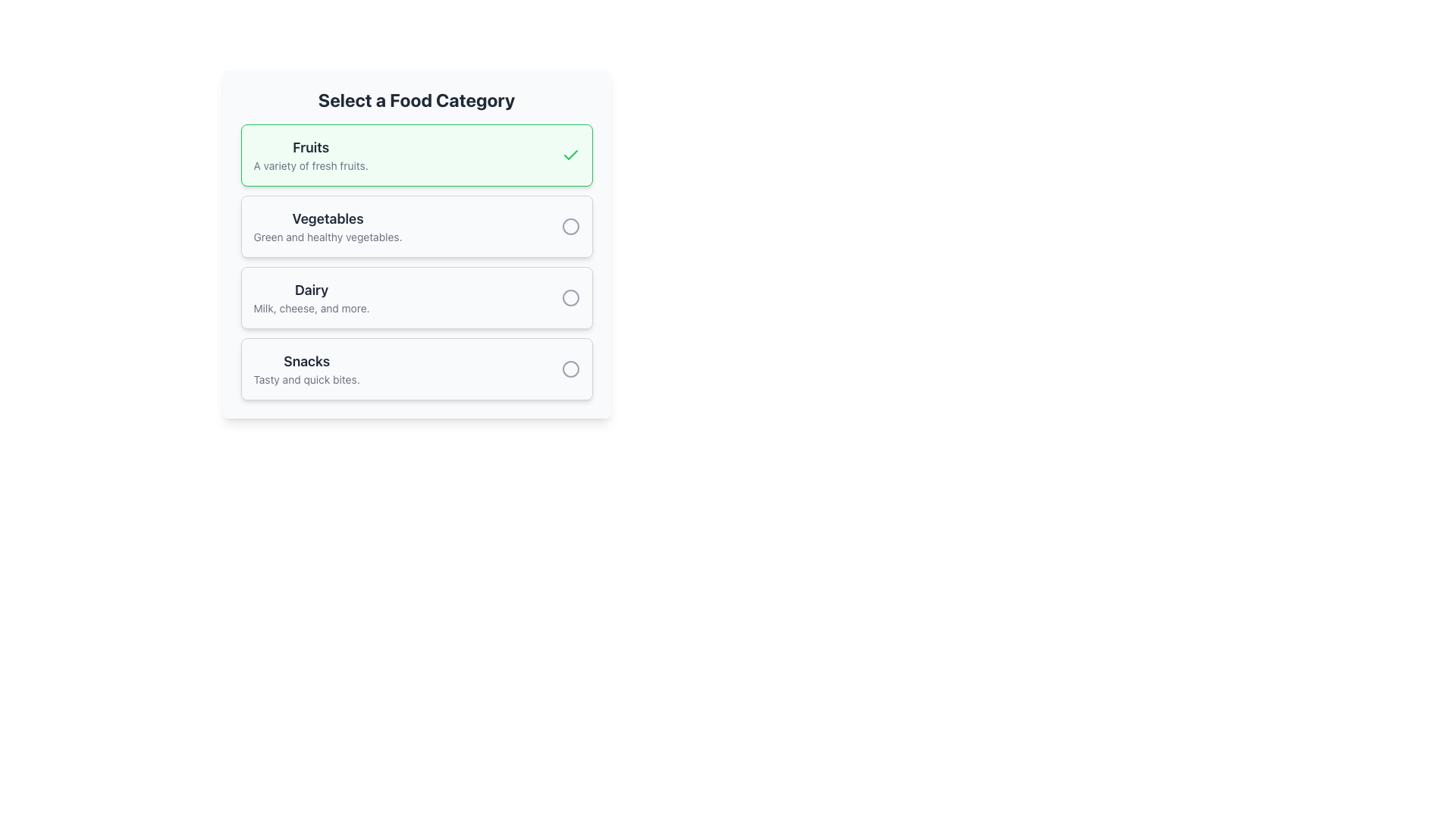 The image size is (1456, 819). I want to click on the static text labeled 'Snacks', which is prominently displayed in bold, large dark gray or black font, positioned within a list of food categories, so click(306, 362).